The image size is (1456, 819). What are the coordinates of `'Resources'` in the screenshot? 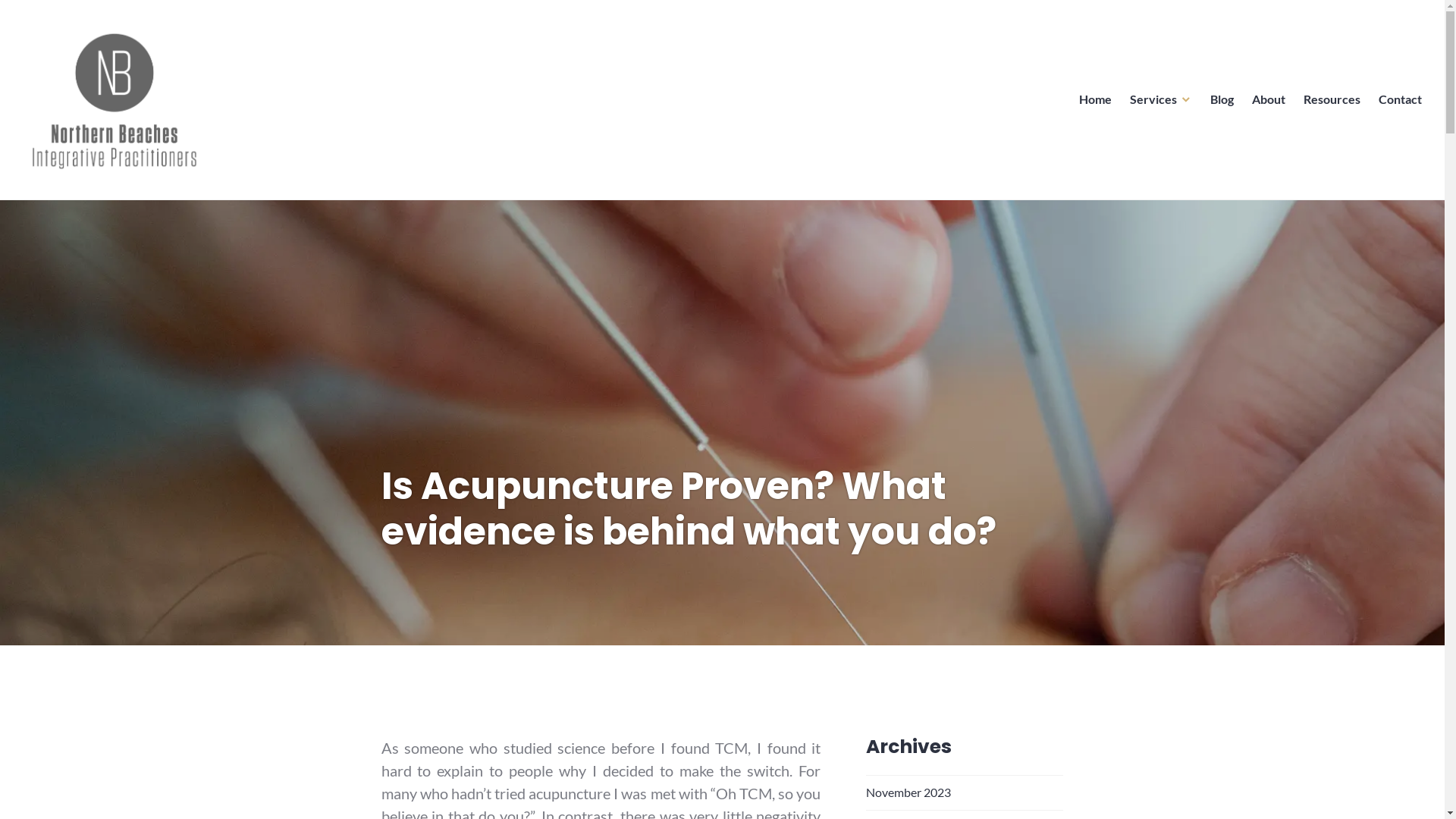 It's located at (1331, 99).